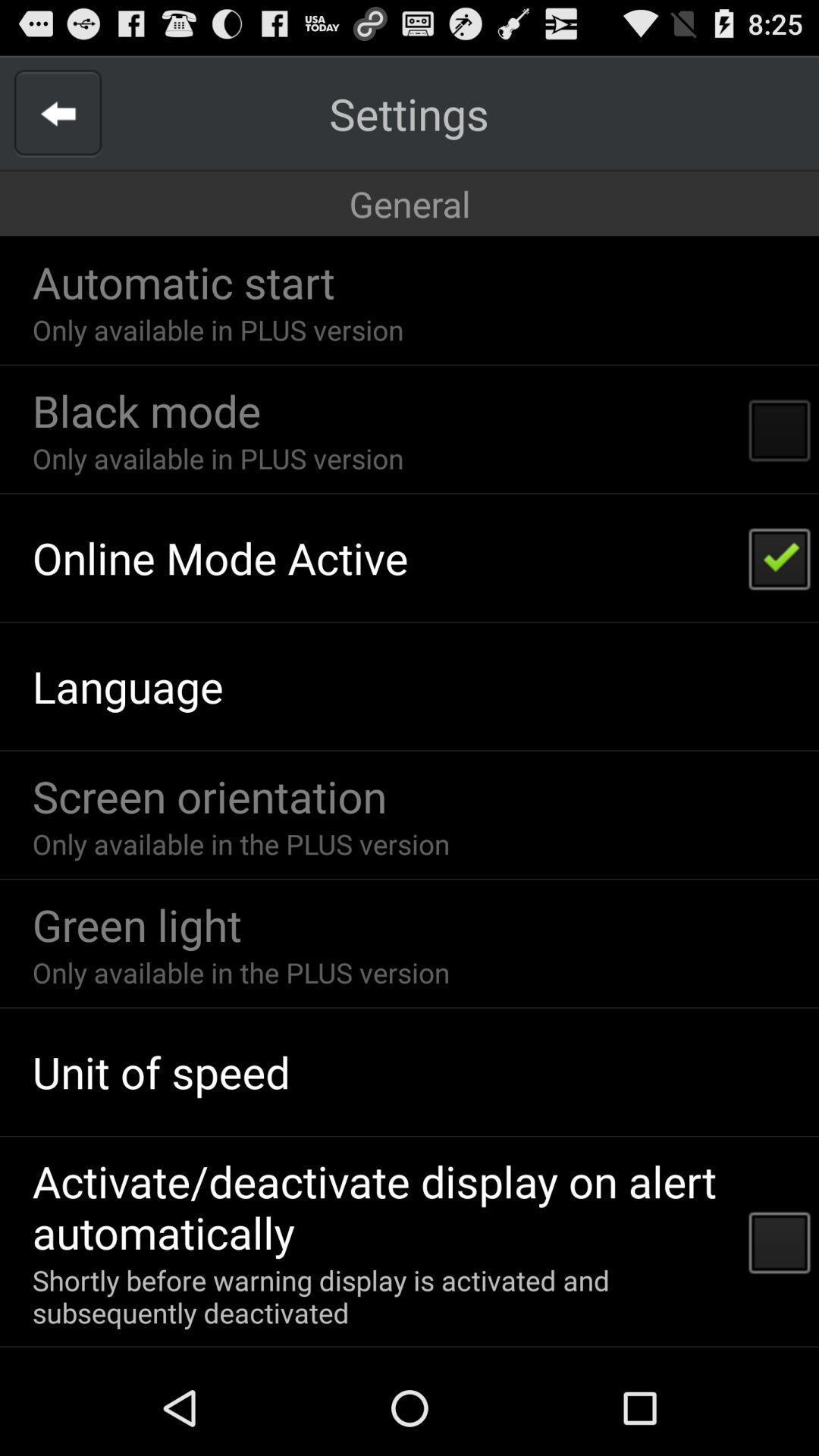 Image resolution: width=819 pixels, height=1456 pixels. I want to click on online mode active item, so click(220, 557).